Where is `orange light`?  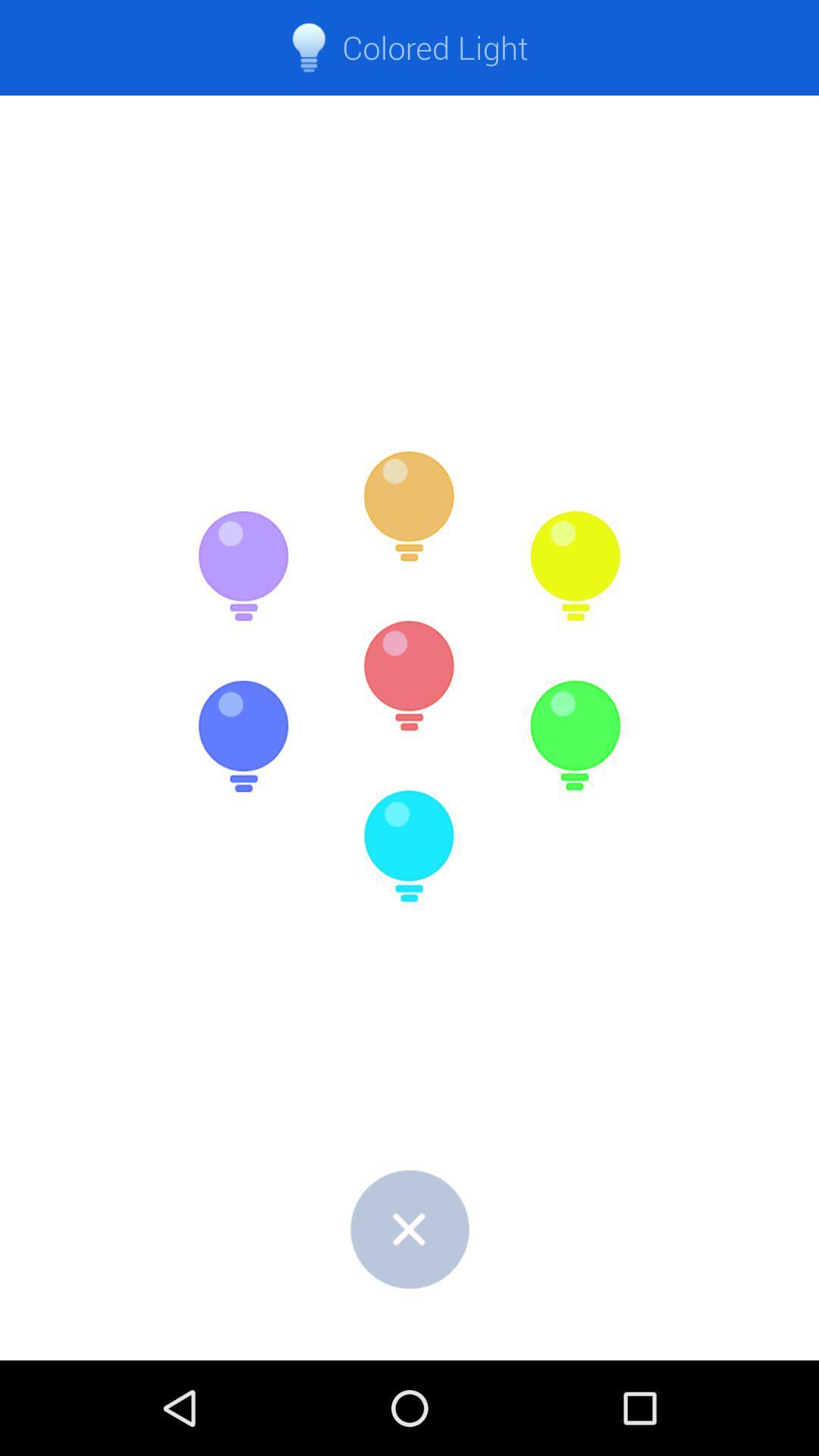
orange light is located at coordinates (409, 507).